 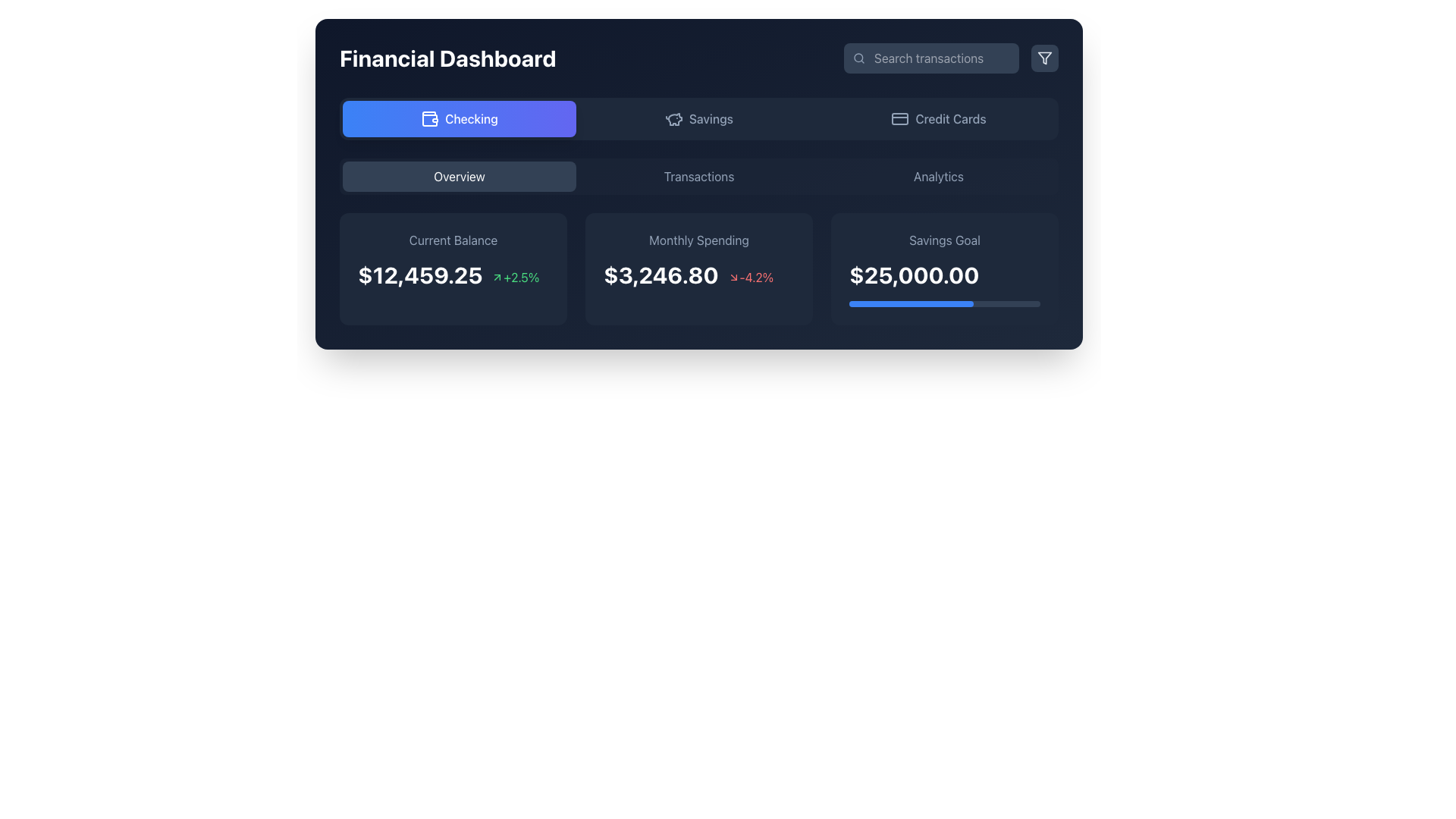 I want to click on the wallet icon representing the 'Checking' category, located to the left of the 'Checking' button in the navigation bar, so click(x=429, y=118).